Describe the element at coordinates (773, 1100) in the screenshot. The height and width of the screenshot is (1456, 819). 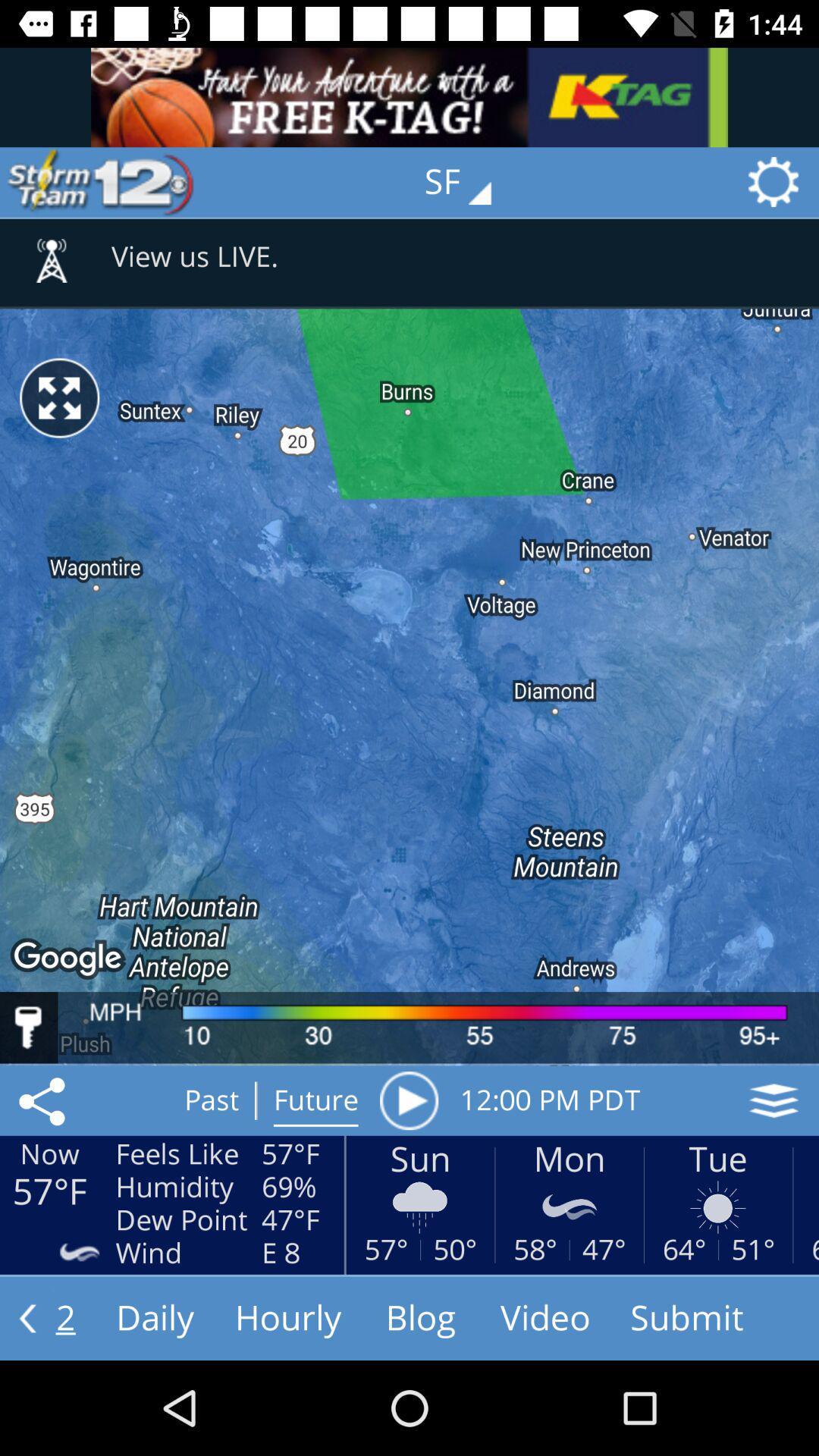
I see `the layers icon` at that location.